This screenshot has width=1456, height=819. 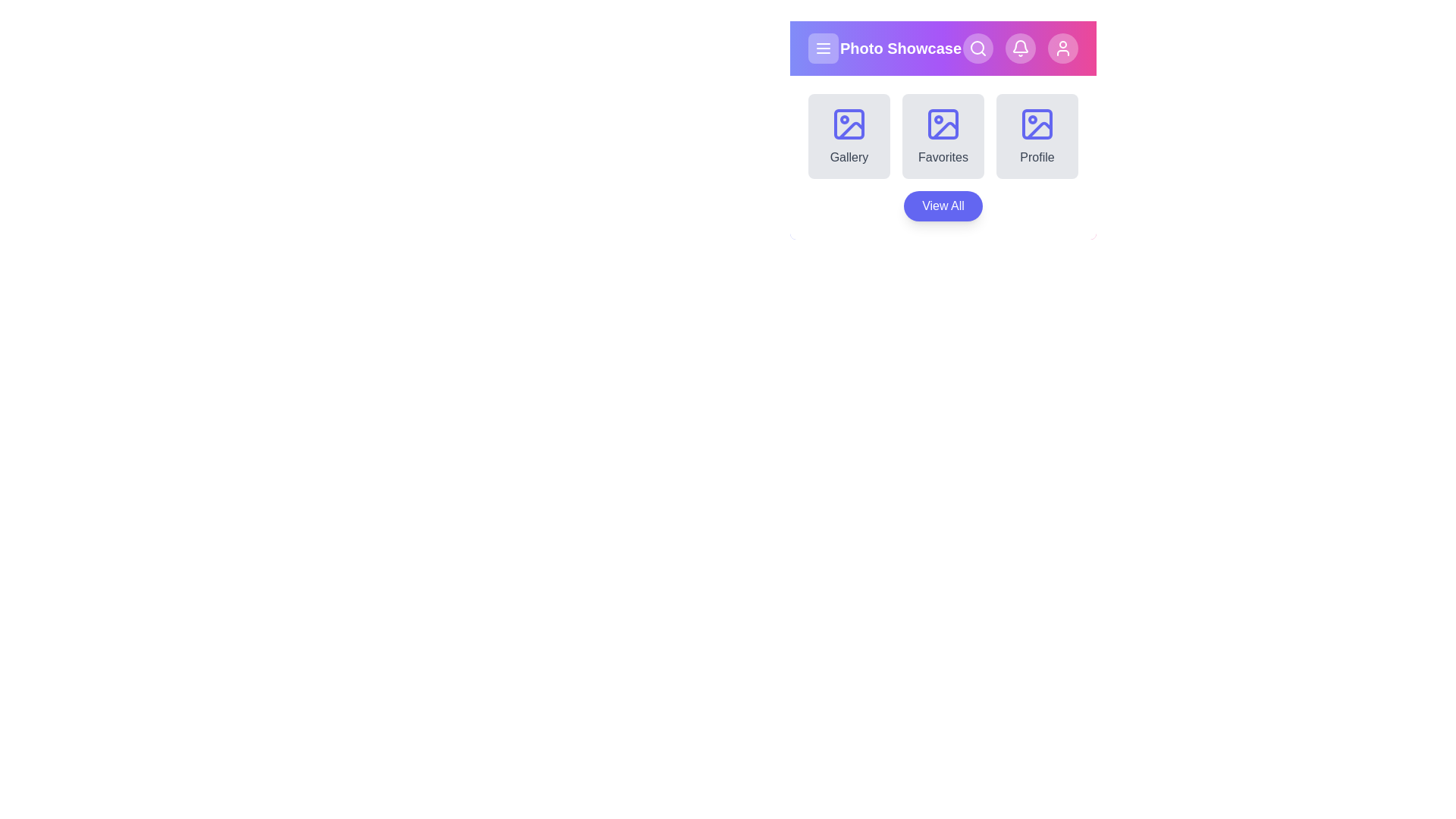 I want to click on the bell icon to access notifications, so click(x=1020, y=48).